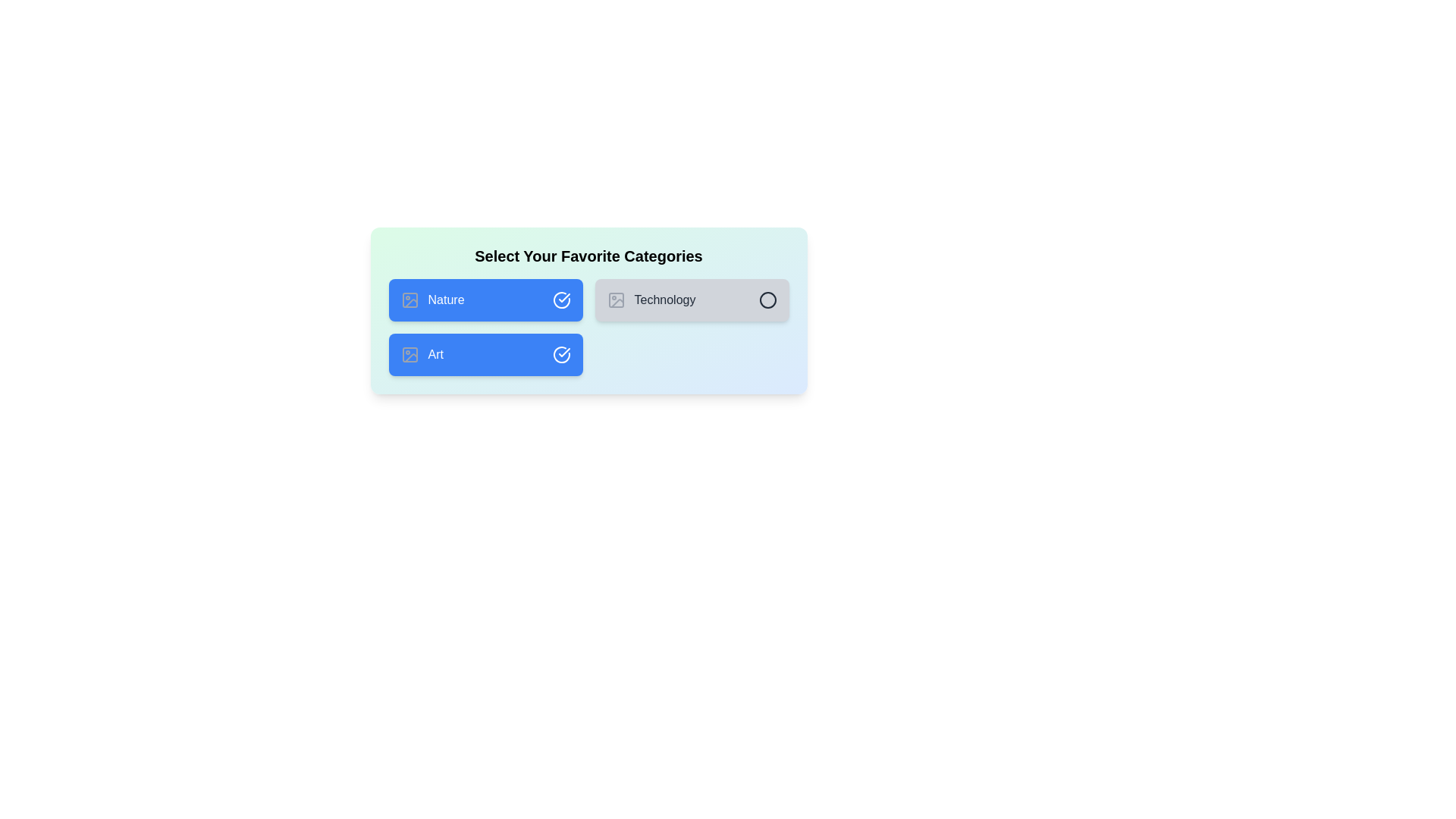 The height and width of the screenshot is (819, 1456). What do you see at coordinates (691, 300) in the screenshot?
I see `the category Technology to observe the hover effect` at bounding box center [691, 300].